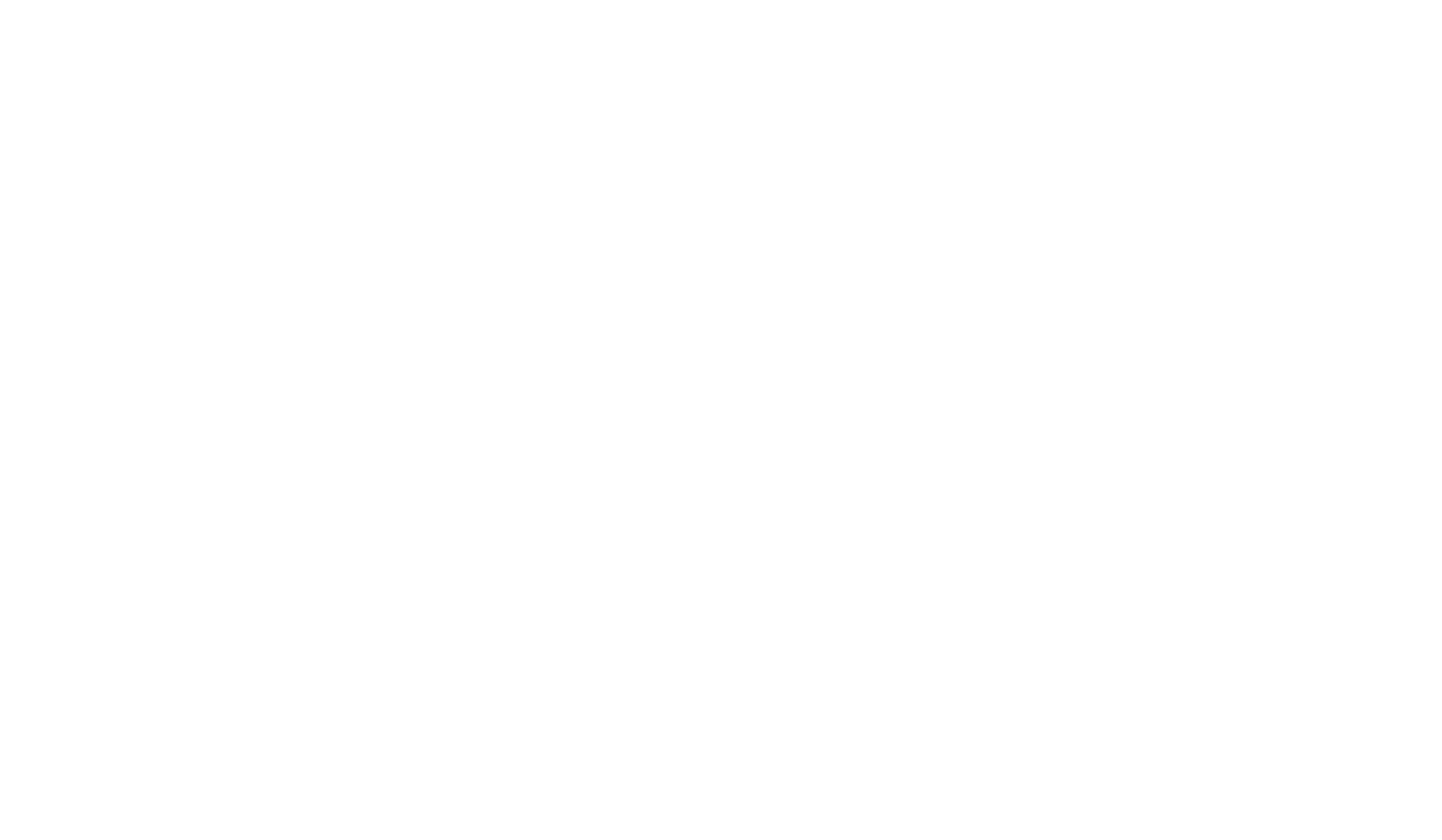  I want to click on 'Description', so click(644, 256).